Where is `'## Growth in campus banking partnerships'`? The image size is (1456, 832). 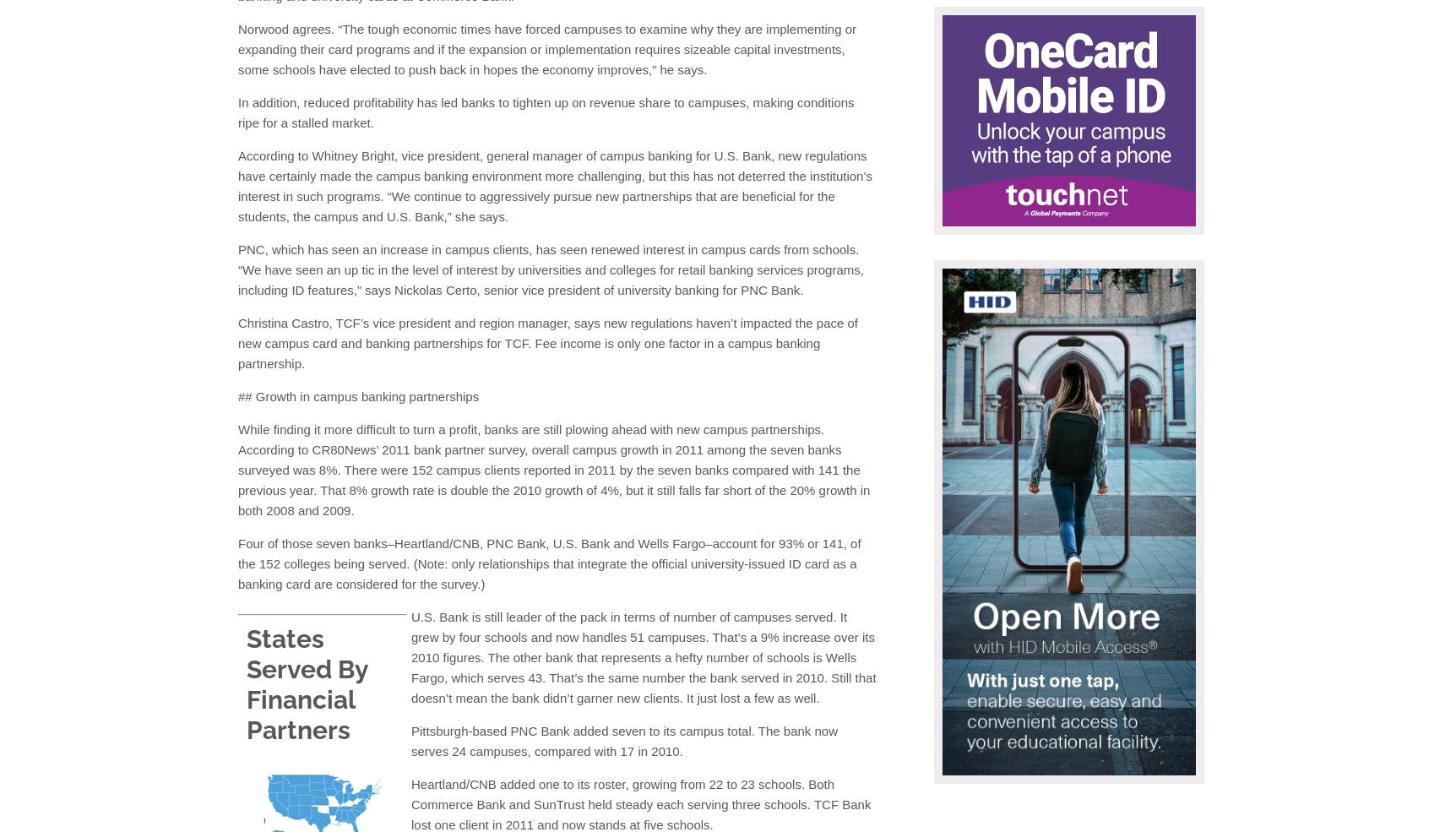 '## Growth in campus banking partnerships' is located at coordinates (357, 395).